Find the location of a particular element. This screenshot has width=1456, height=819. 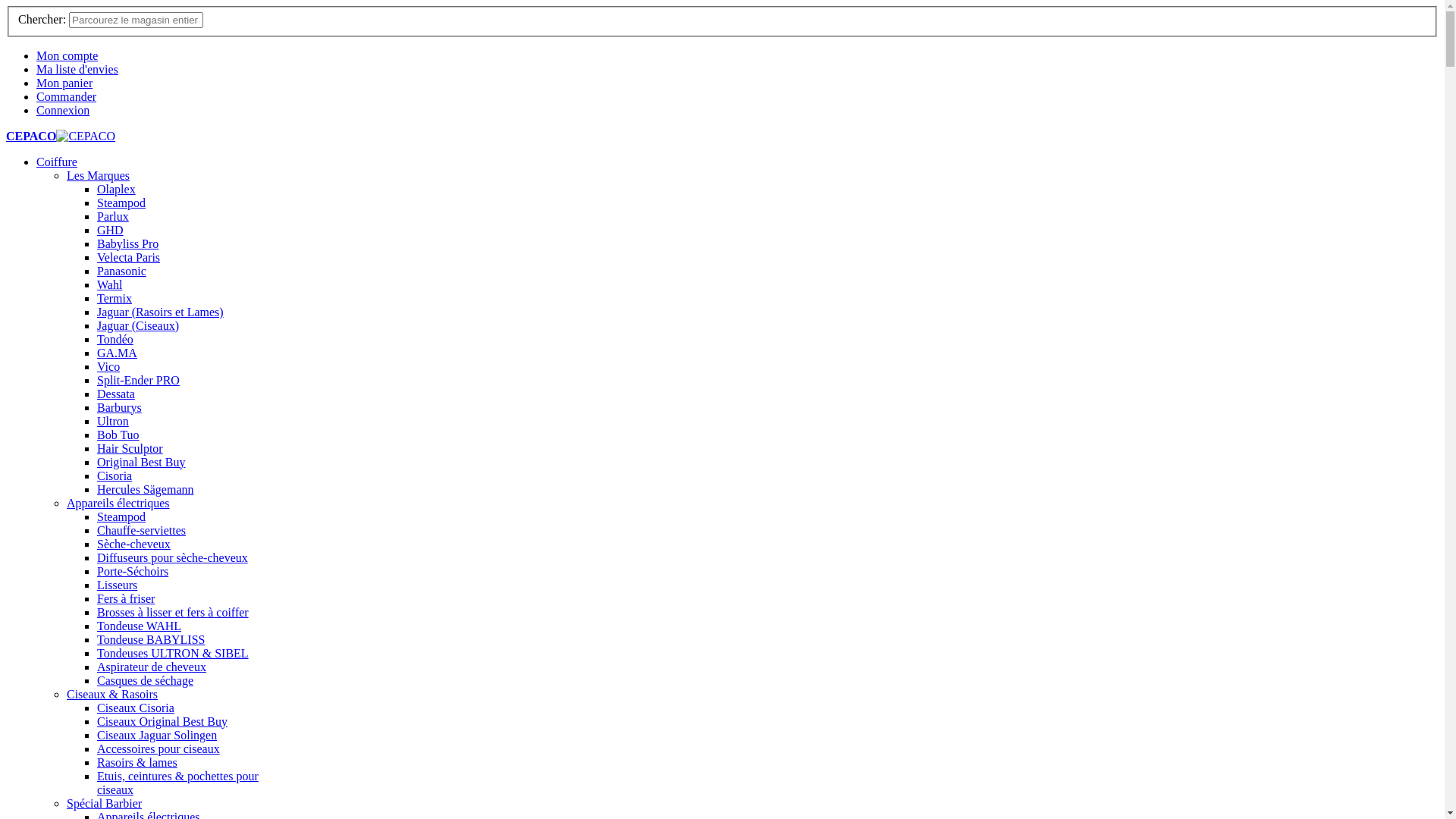

'Dessata' is located at coordinates (96, 393).